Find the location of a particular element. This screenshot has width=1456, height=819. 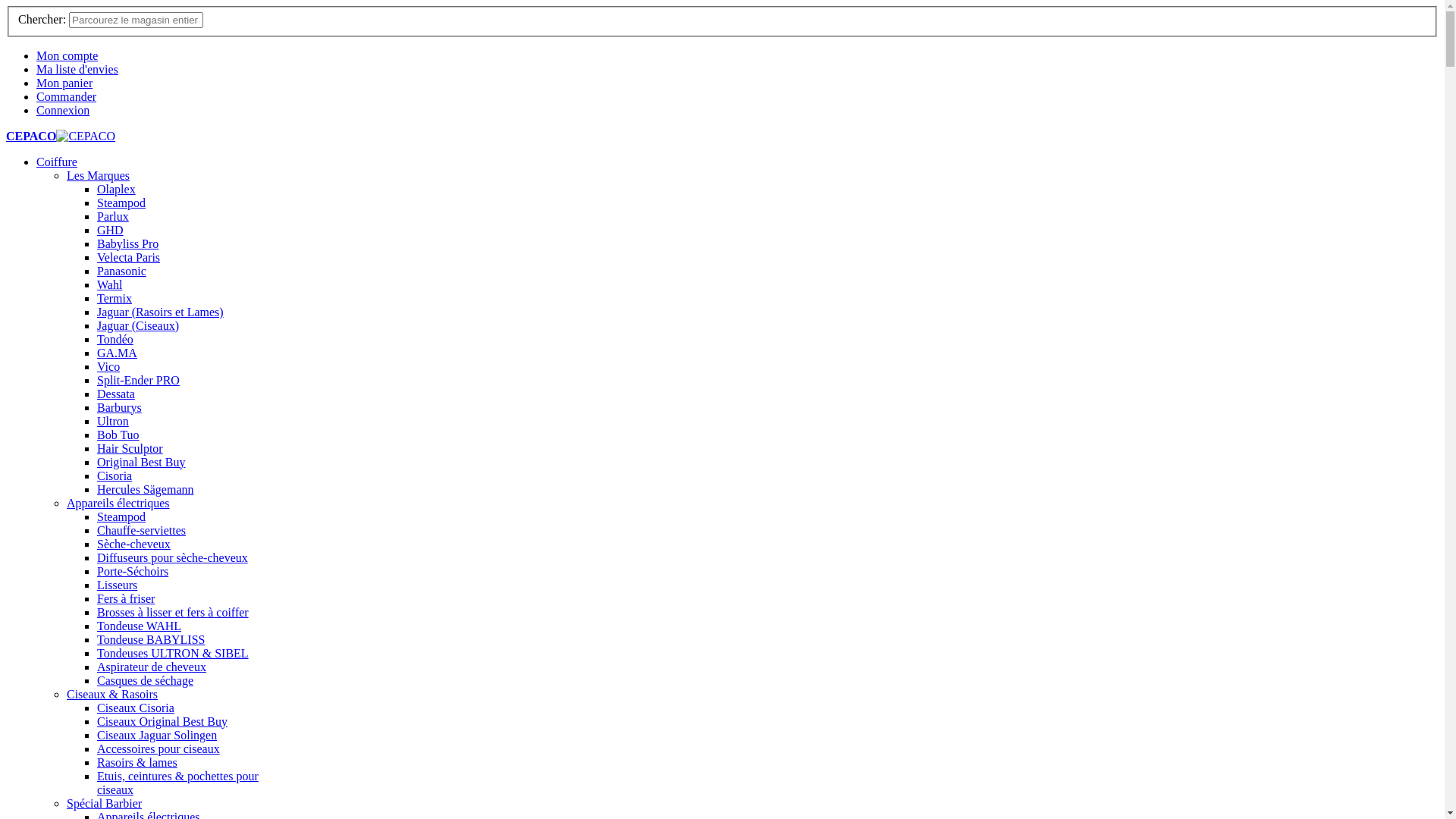

'Dessata' is located at coordinates (96, 393).